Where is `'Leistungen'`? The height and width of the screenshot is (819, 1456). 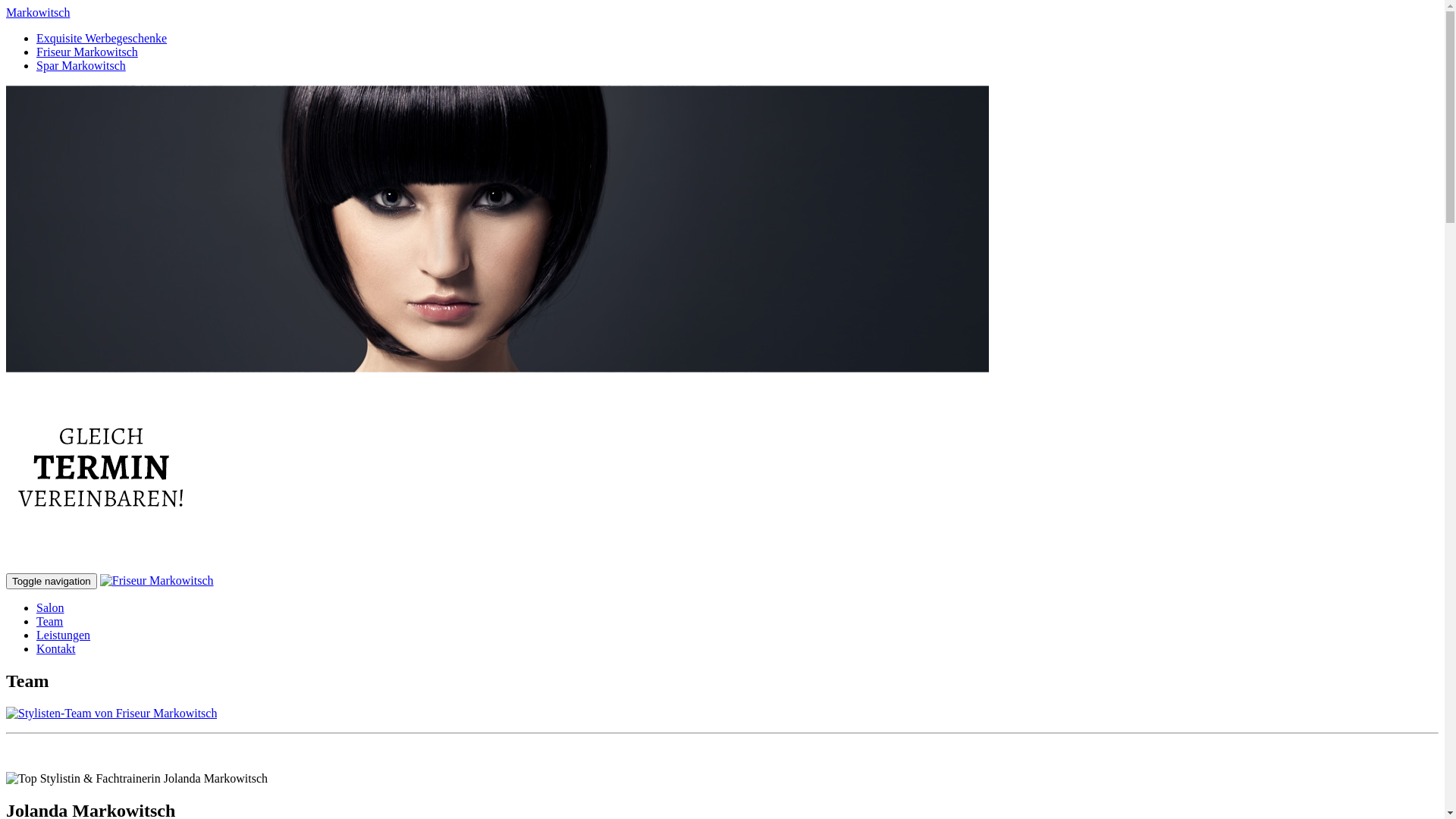 'Leistungen' is located at coordinates (62, 635).